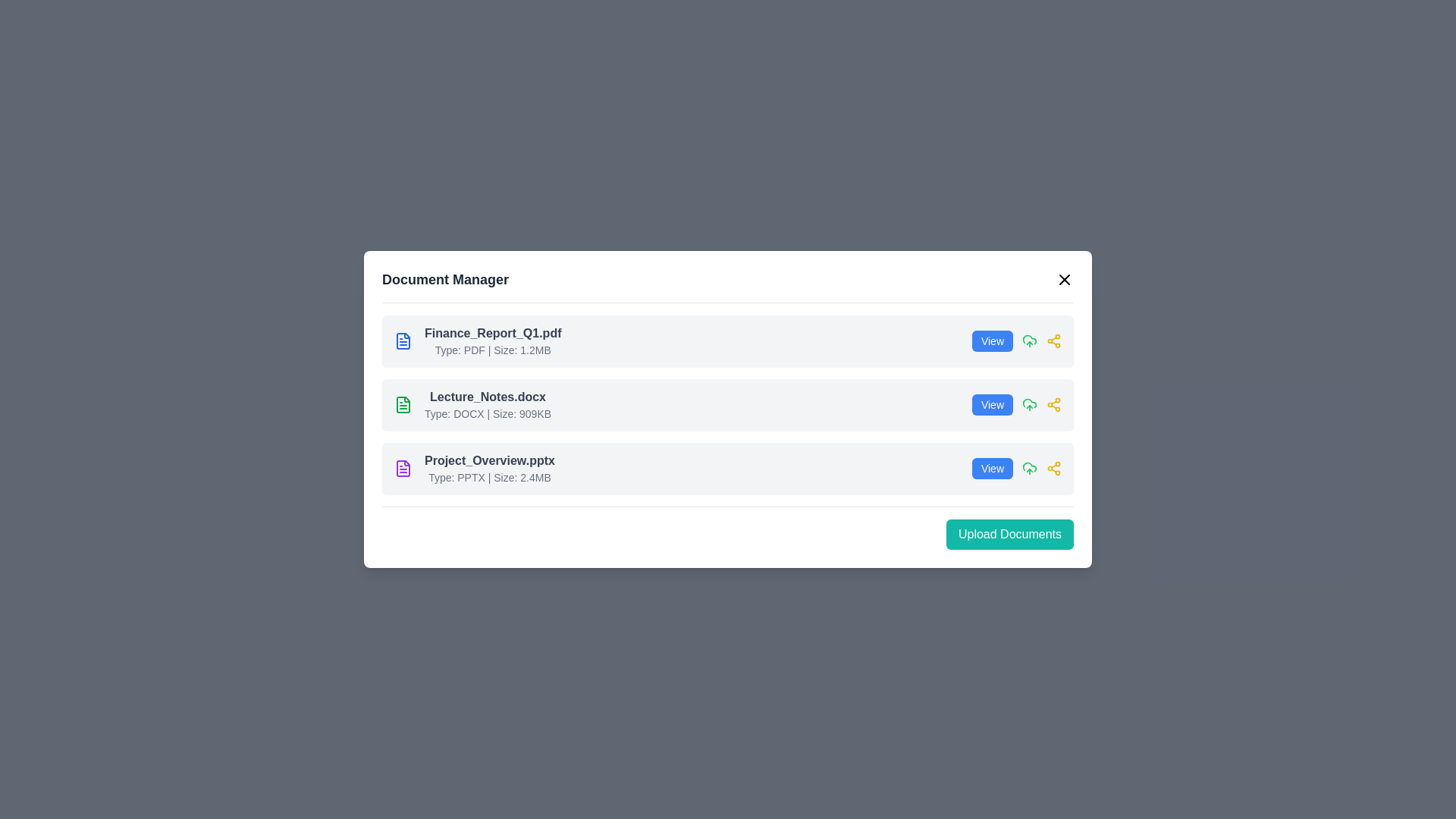  I want to click on the button located in the bottom row of three listed items on the right, associated with the file 'Project_Overview.pptx', so click(1016, 467).